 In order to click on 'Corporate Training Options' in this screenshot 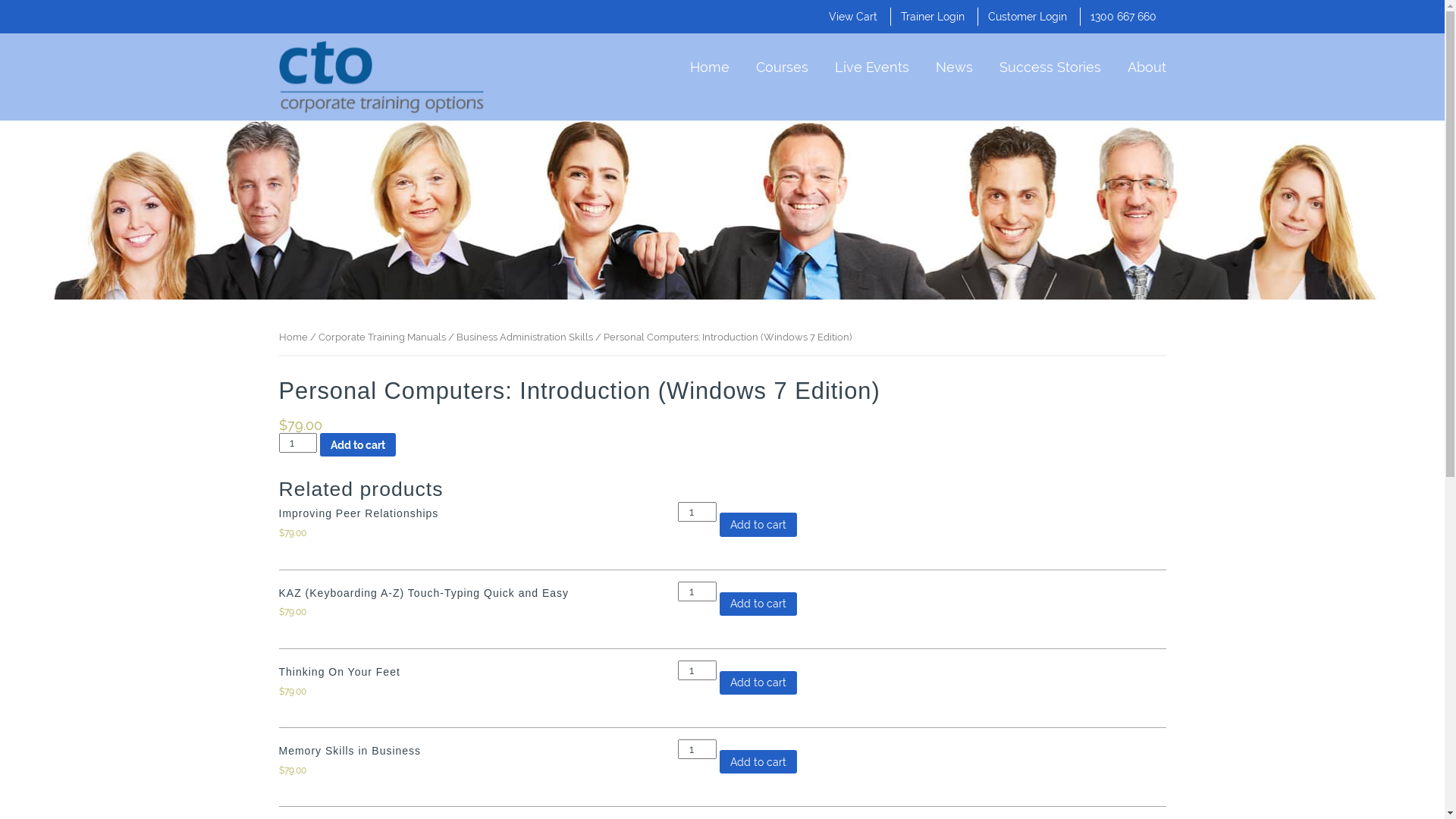, I will do `click(279, 77)`.